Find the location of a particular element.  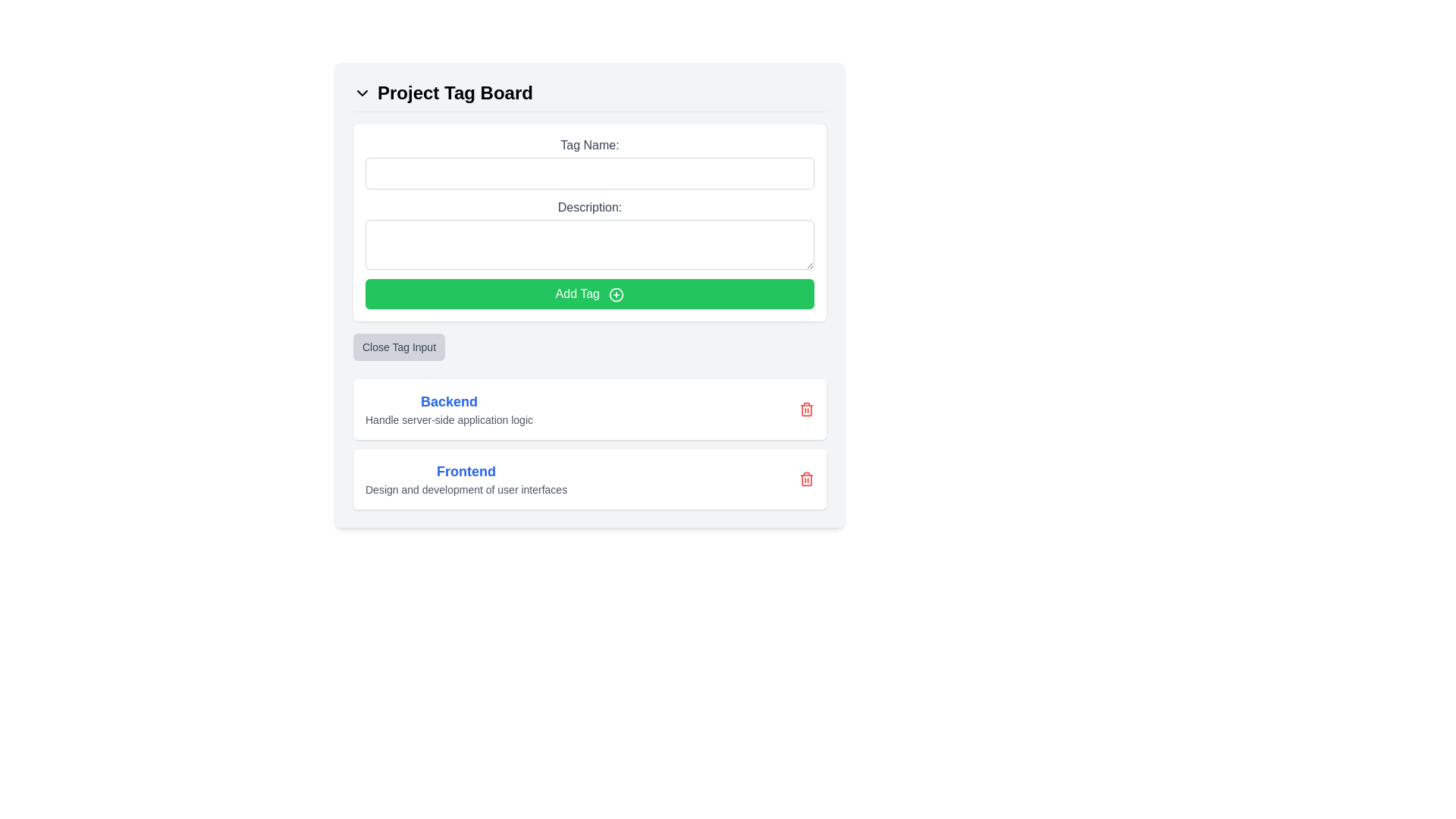

the 'Backend' text label is located at coordinates (448, 409).